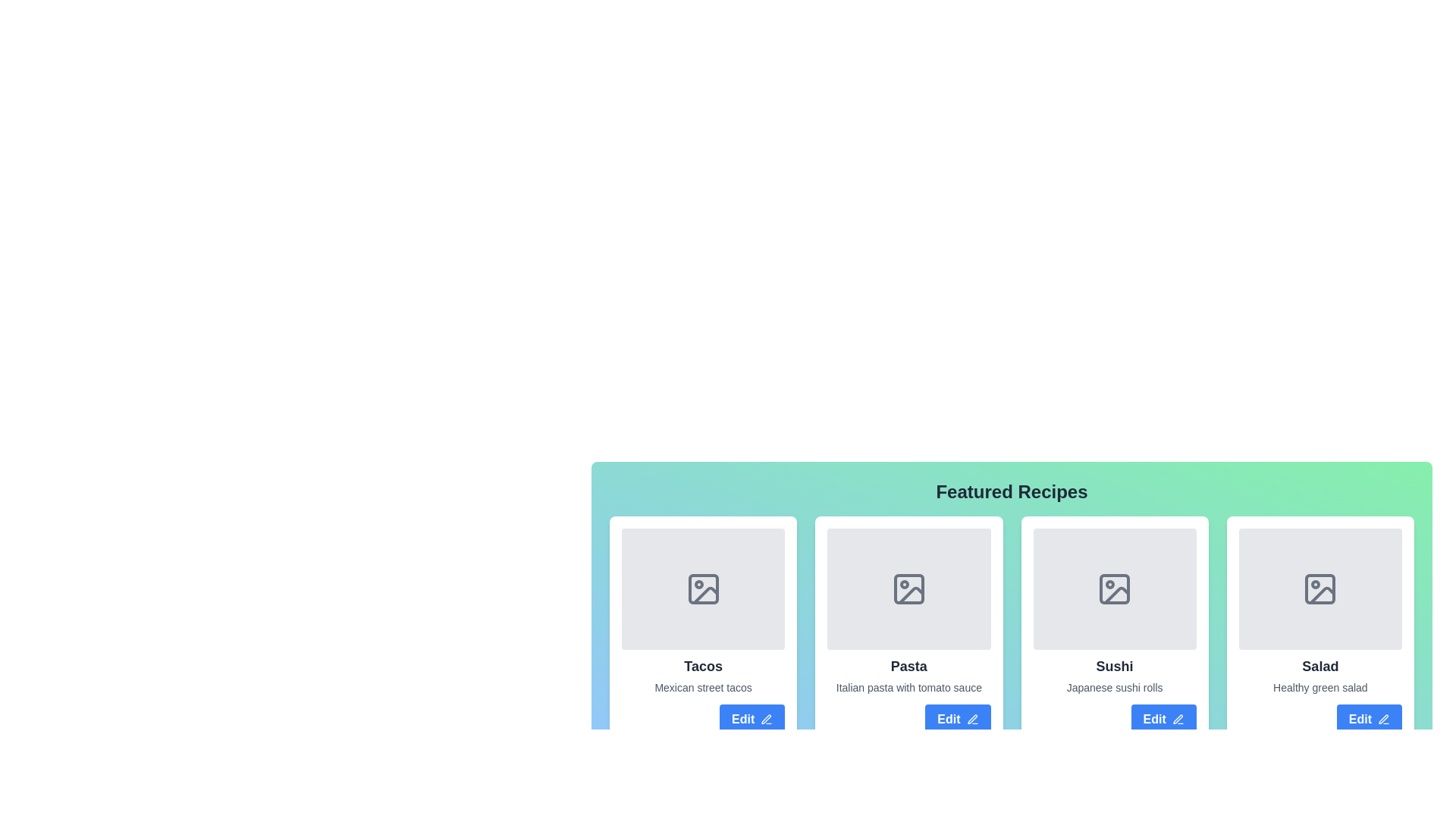 The width and height of the screenshot is (1456, 819). What do you see at coordinates (1115, 632) in the screenshot?
I see `the 'Sushi' recipe card, which is the third card in a 4-column grid layout, located between the 'Pasta' and 'Salad' cards in the middle row` at bounding box center [1115, 632].